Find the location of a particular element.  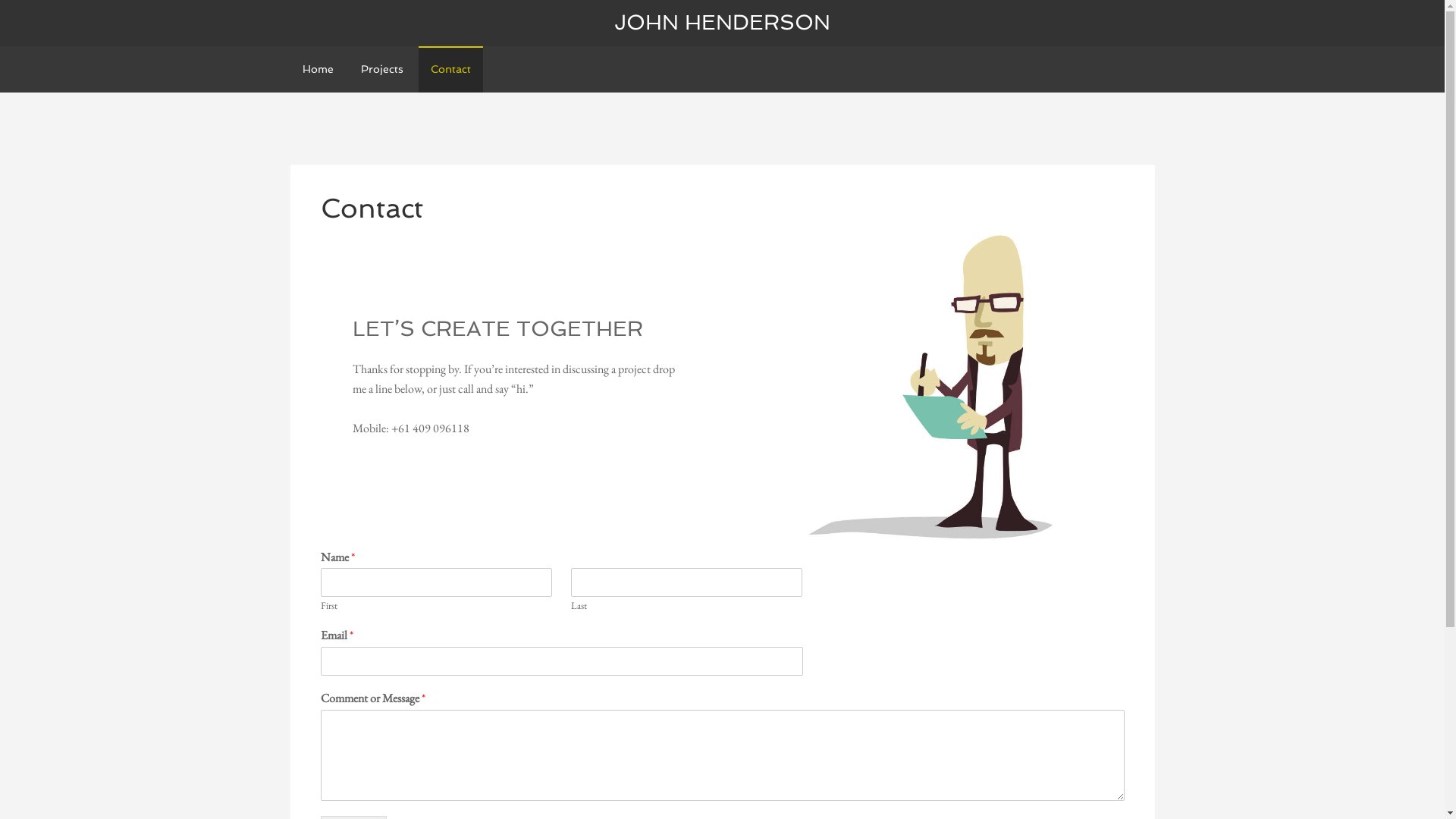

'Home' is located at coordinates (316, 69).